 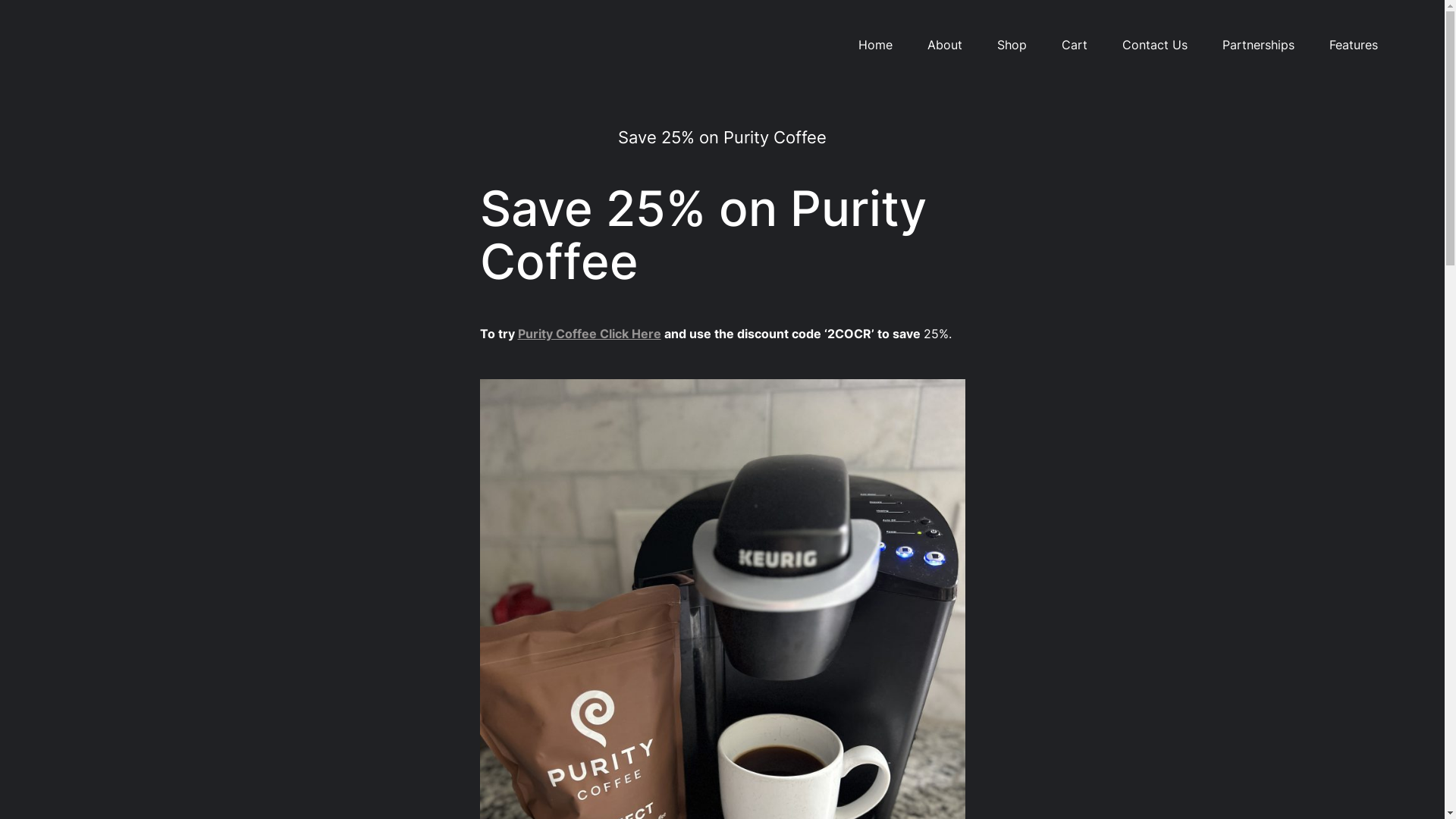 I want to click on 'Purity Coffee Click Here', so click(x=588, y=332).